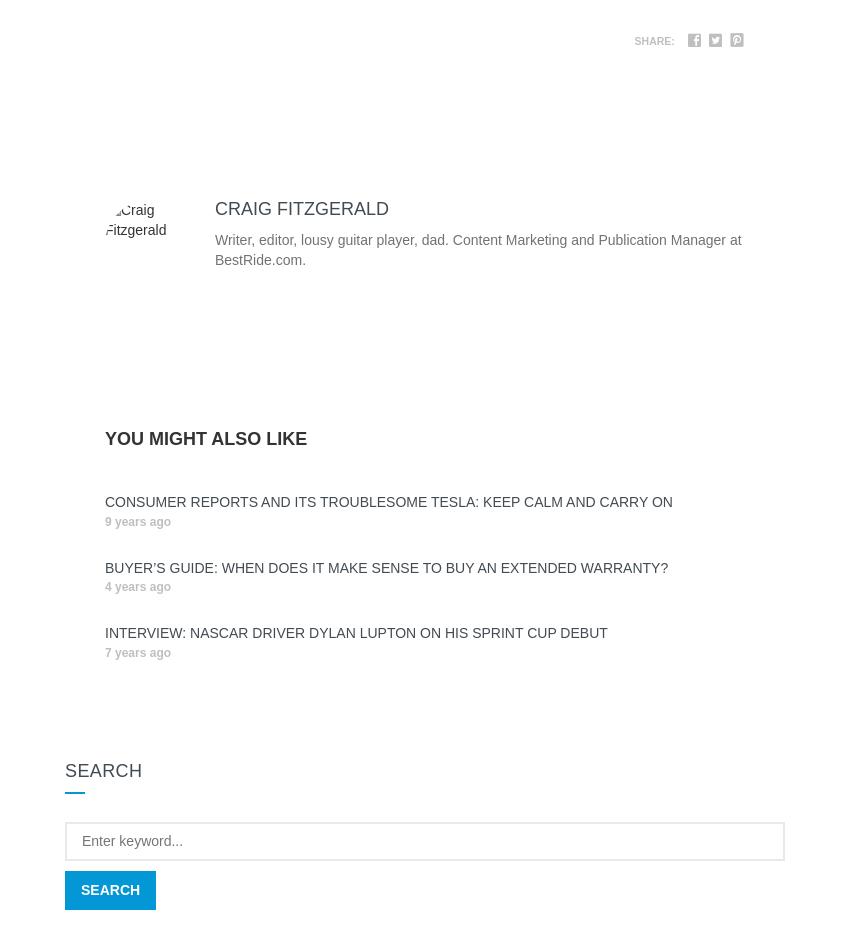  I want to click on '7 years ago', so click(138, 652).